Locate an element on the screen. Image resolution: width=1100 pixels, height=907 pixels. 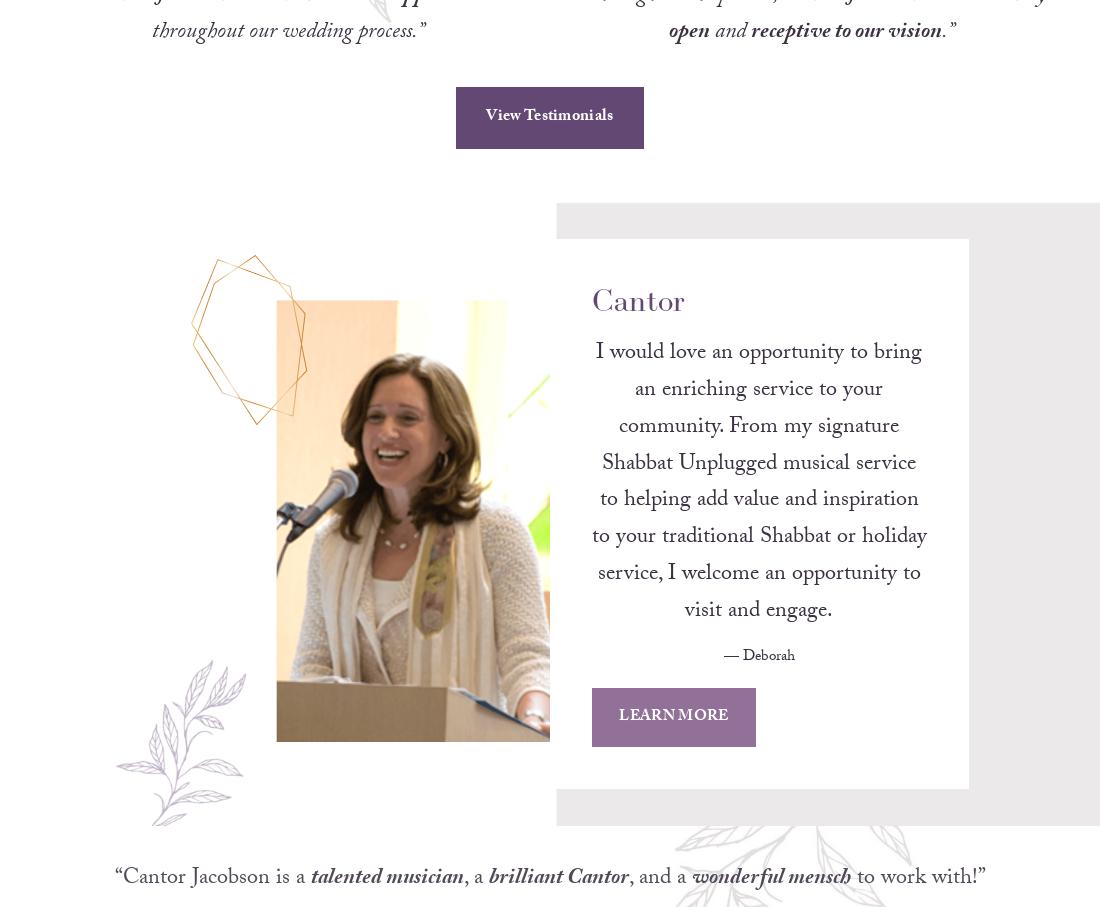
'— Deborah' is located at coordinates (691, 682).